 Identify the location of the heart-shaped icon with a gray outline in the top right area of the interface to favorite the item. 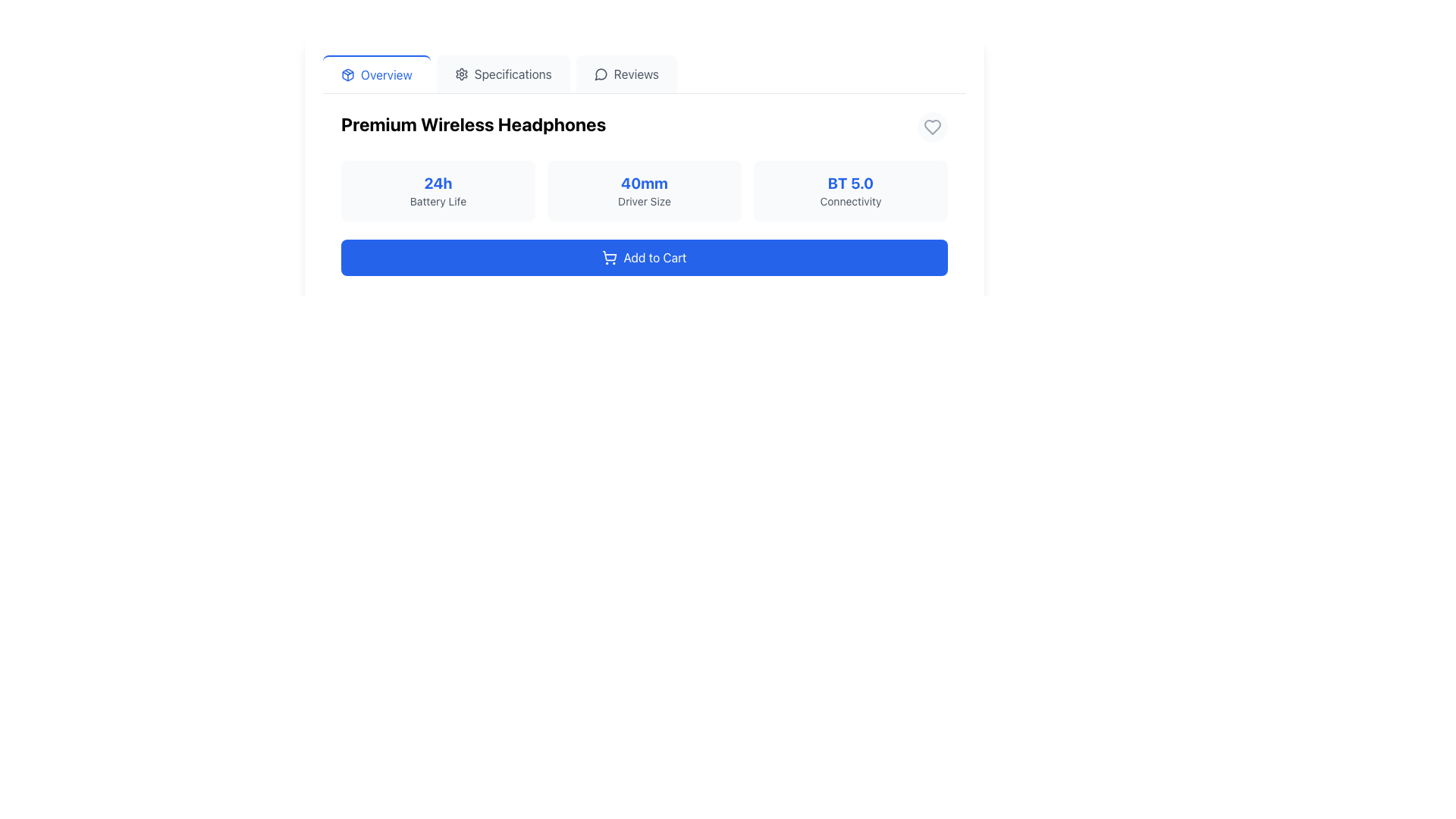
(931, 127).